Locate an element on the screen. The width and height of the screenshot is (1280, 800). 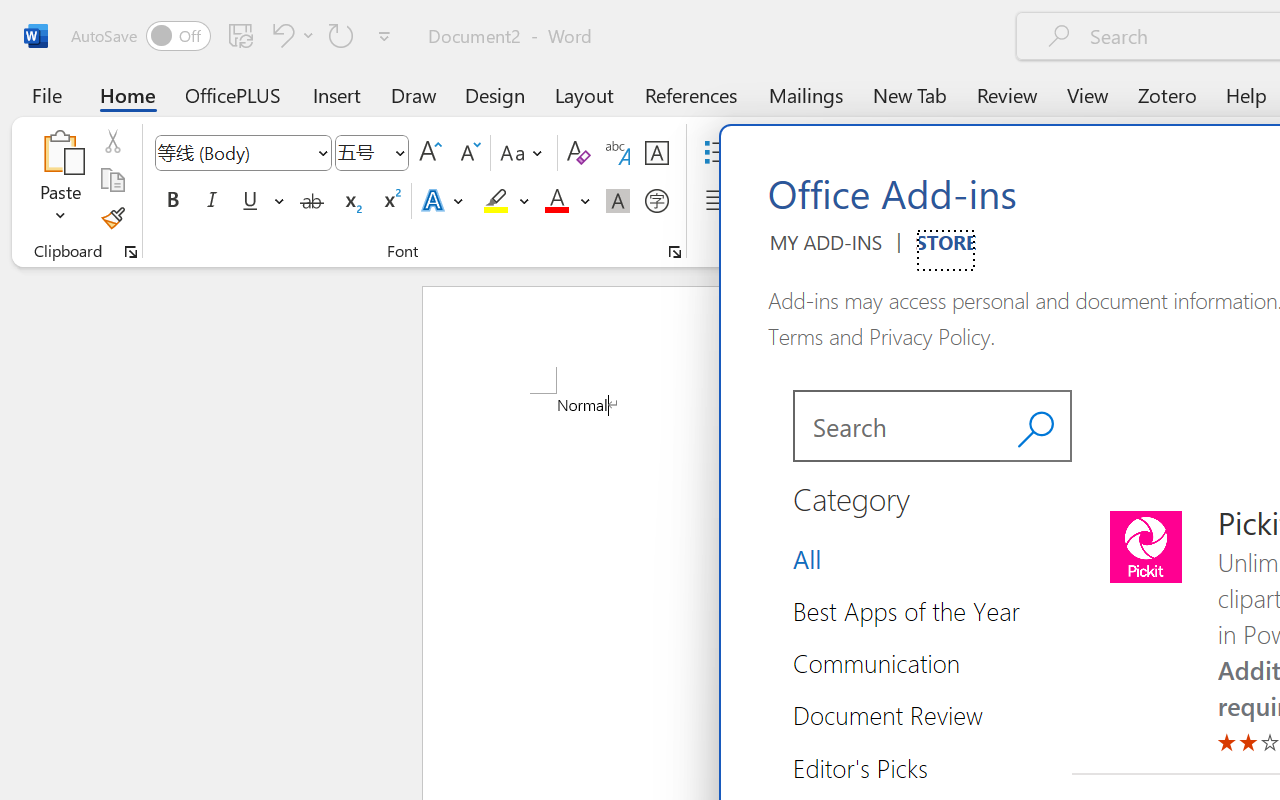
'Superscript' is located at coordinates (390, 201).